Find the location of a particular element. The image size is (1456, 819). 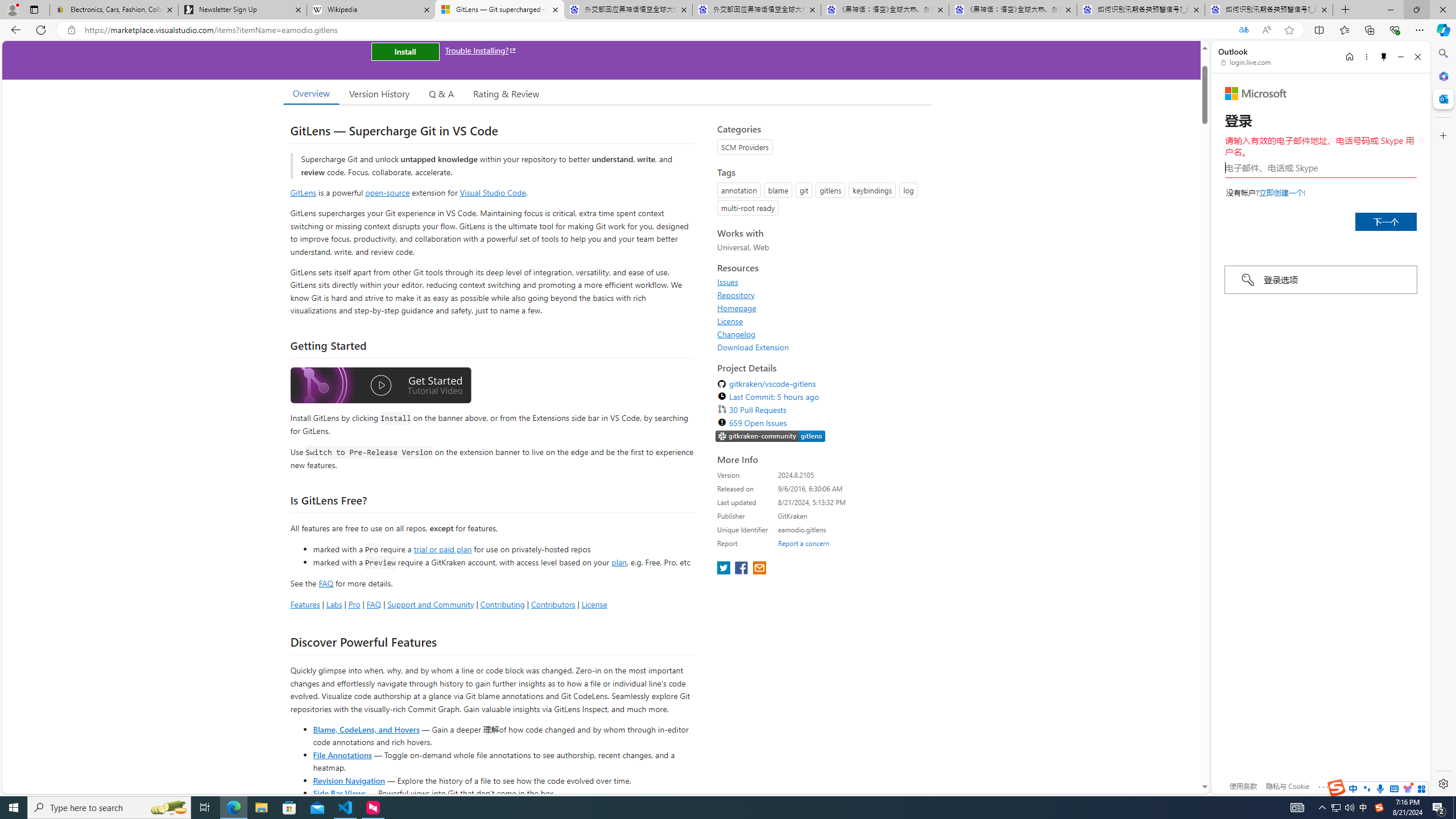

'Contributors' is located at coordinates (552, 603).